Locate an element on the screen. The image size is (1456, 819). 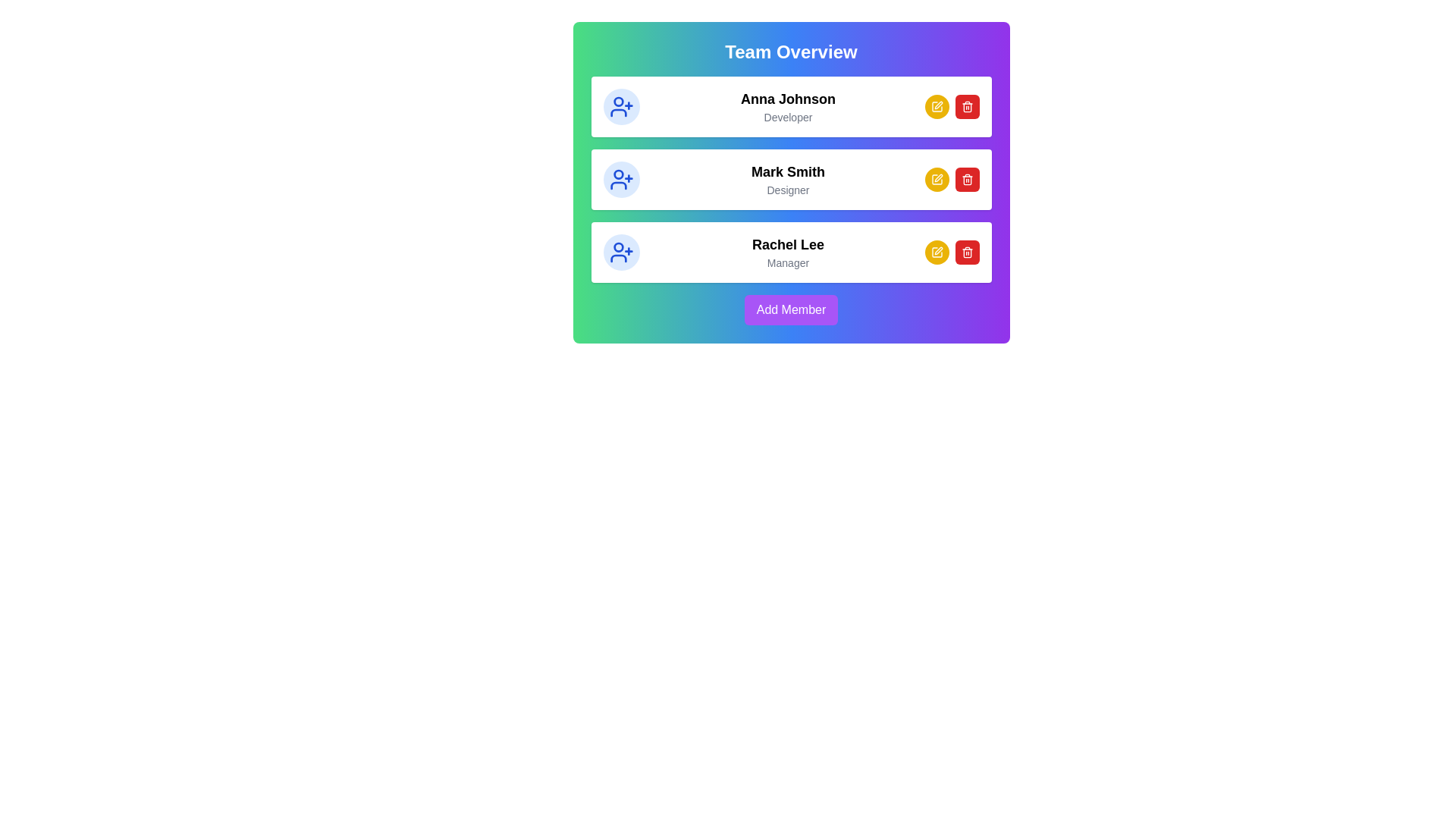
the upper circular region of the first user icon in the list, which is represented by a decorative circle is located at coordinates (618, 102).